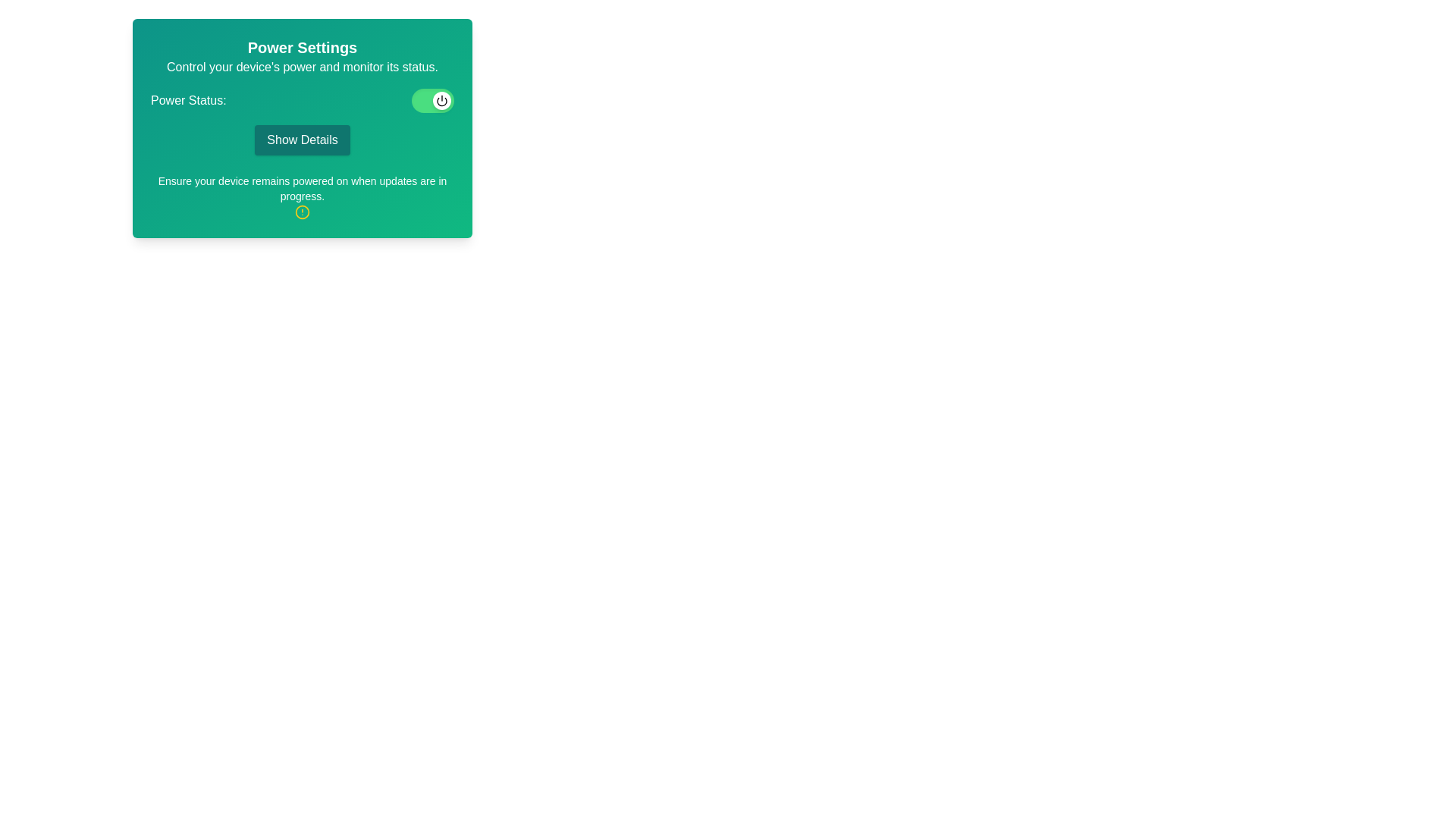  What do you see at coordinates (302, 212) in the screenshot?
I see `the warning icon that indicates the importance of keeping the device powered on during updates, located below the message about device power` at bounding box center [302, 212].